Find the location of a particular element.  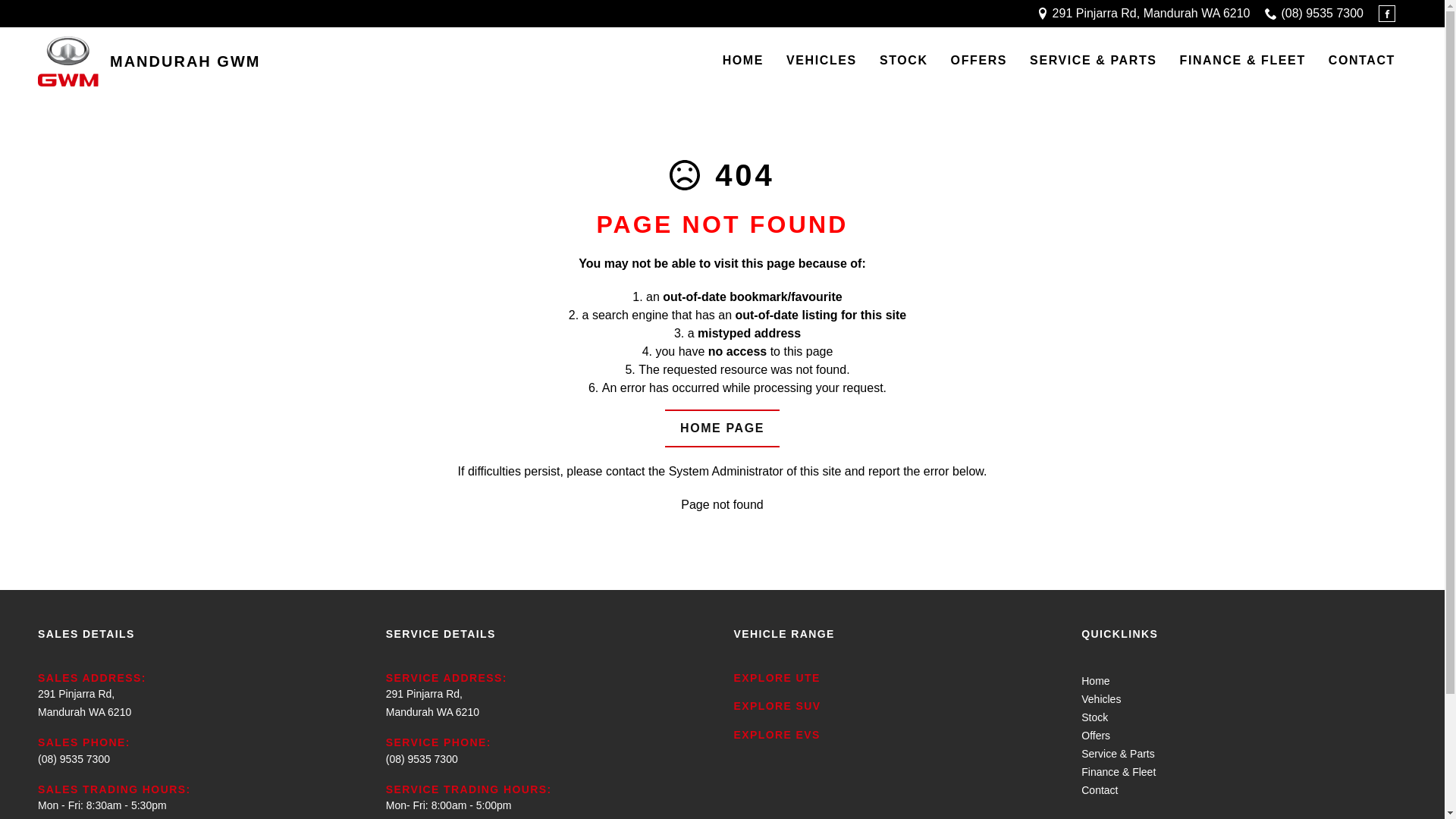

'CONTACT' is located at coordinates (1361, 61).